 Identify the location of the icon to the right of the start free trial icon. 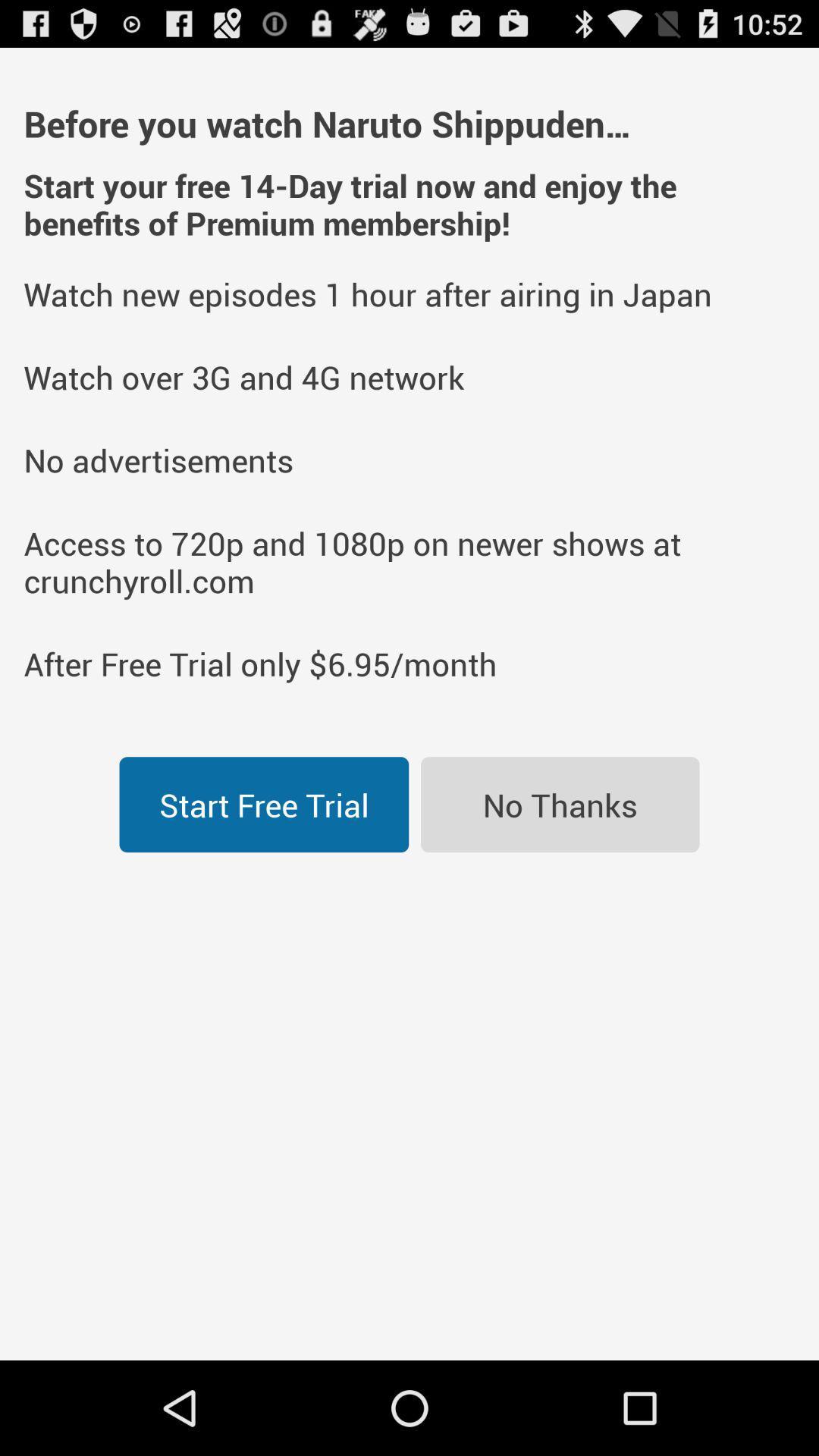
(560, 804).